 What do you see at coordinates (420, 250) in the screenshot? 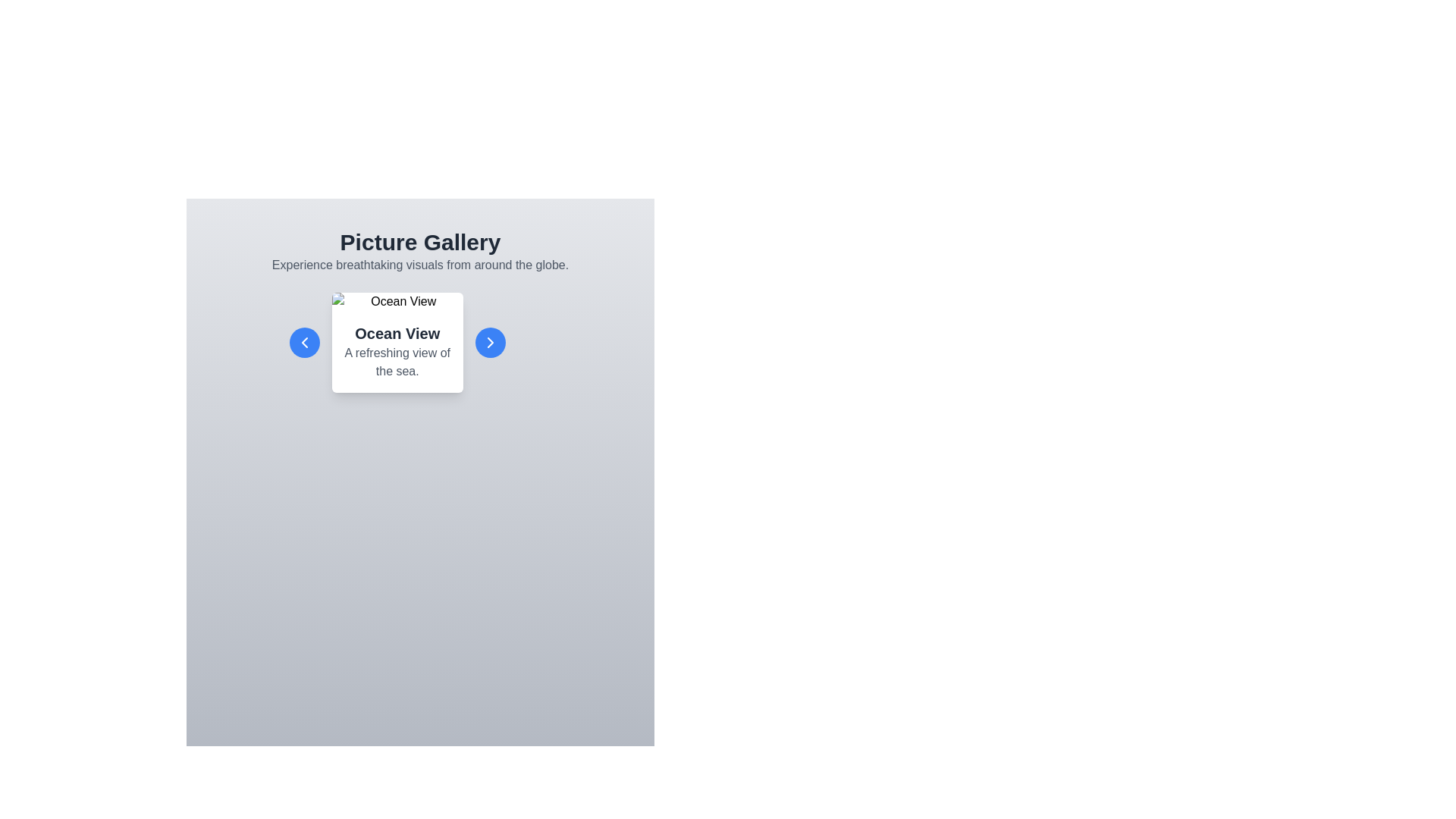
I see `the header section that displays the title 'Picture Gallery' and the subtitle 'Experience breathtaking visuals from around the globe.'` at bounding box center [420, 250].